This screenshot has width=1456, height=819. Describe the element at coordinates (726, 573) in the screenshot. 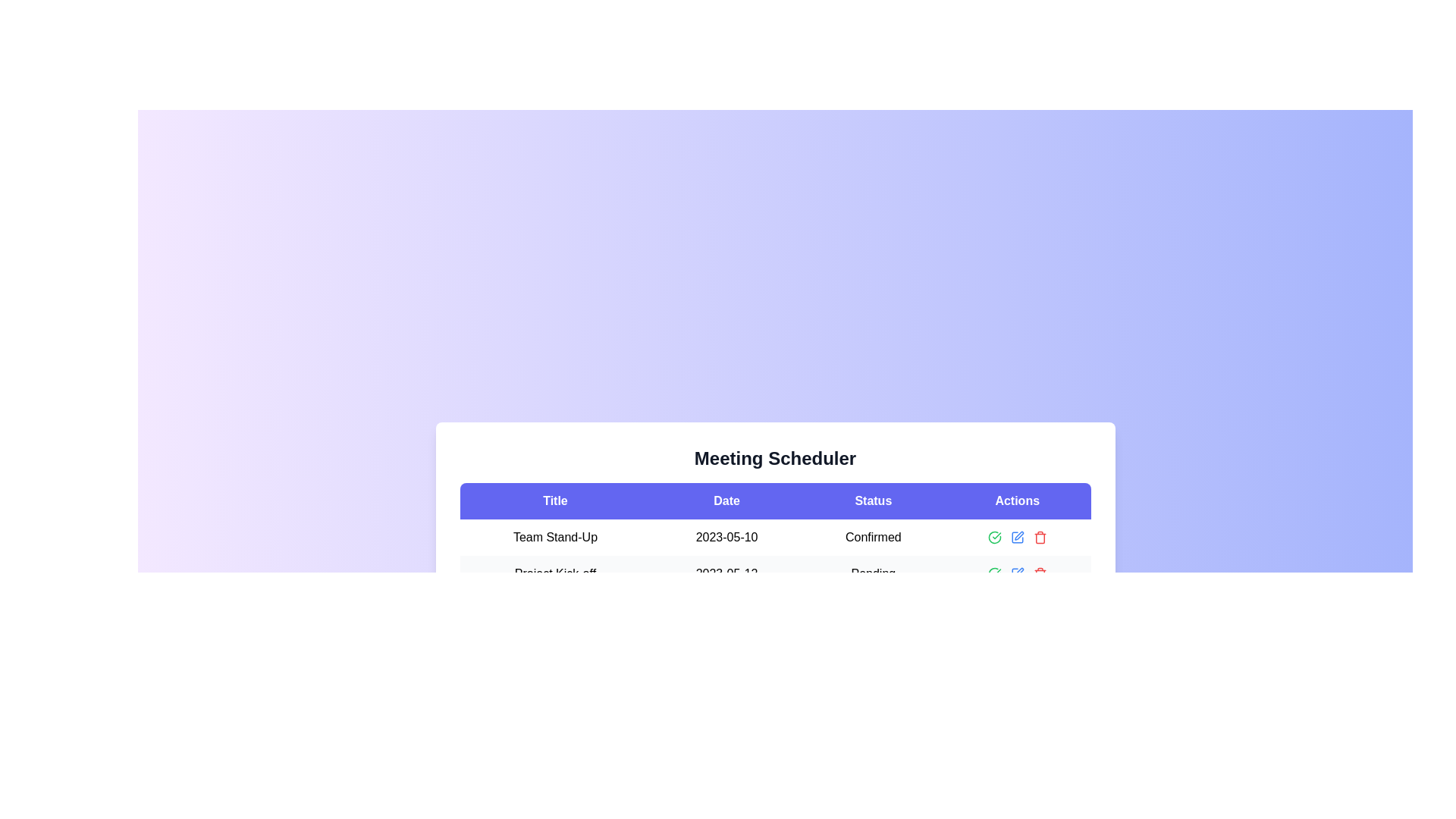

I see `the date element (2023-05-12) in the second row of the Meeting Scheduler table, which indicates the project's due date` at that location.